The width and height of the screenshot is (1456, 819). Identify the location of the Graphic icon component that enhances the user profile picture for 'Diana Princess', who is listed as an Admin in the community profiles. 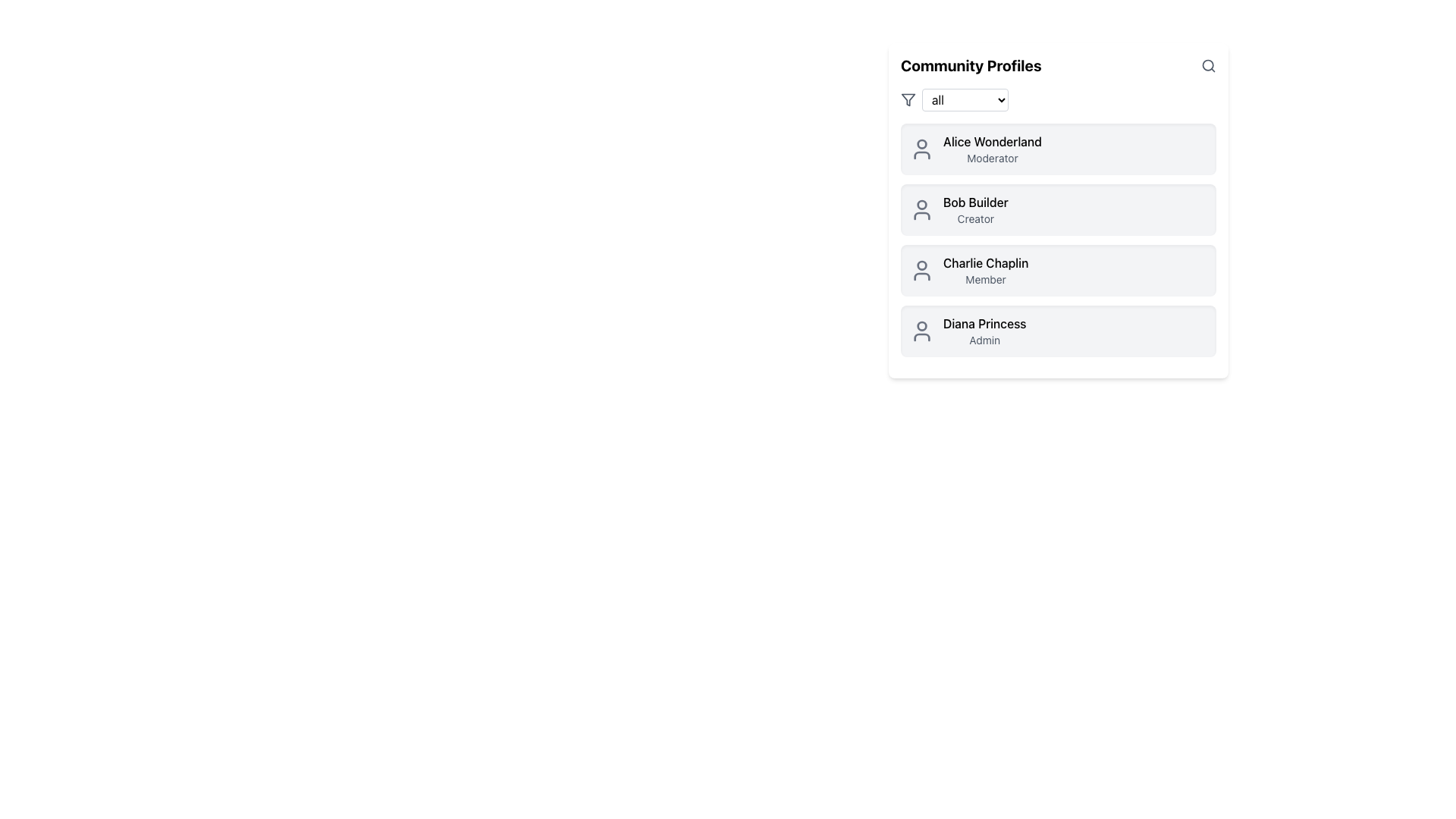
(921, 336).